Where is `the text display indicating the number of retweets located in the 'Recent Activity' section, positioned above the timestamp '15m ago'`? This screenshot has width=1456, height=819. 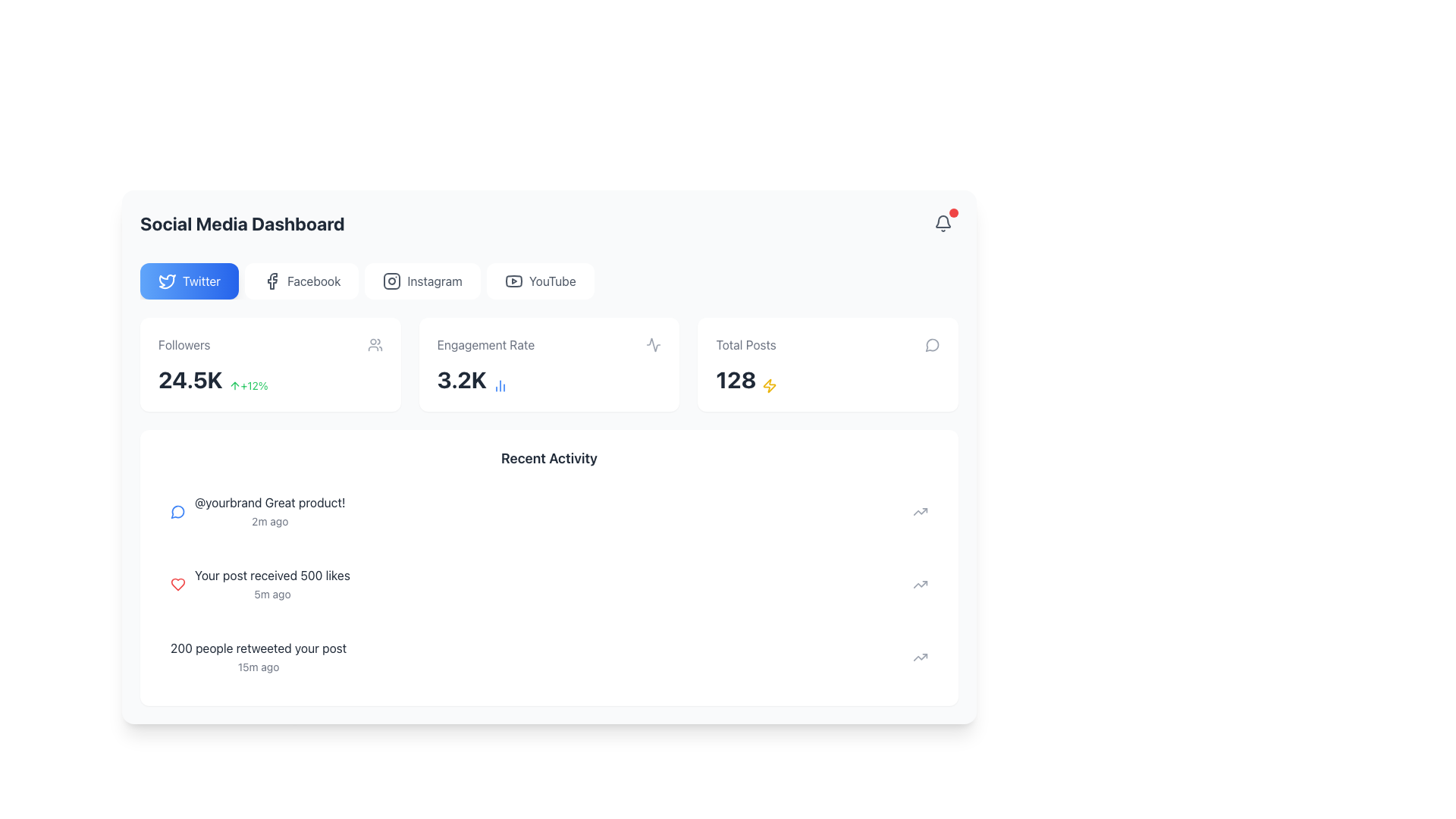 the text display indicating the number of retweets located in the 'Recent Activity' section, positioned above the timestamp '15m ago' is located at coordinates (259, 648).